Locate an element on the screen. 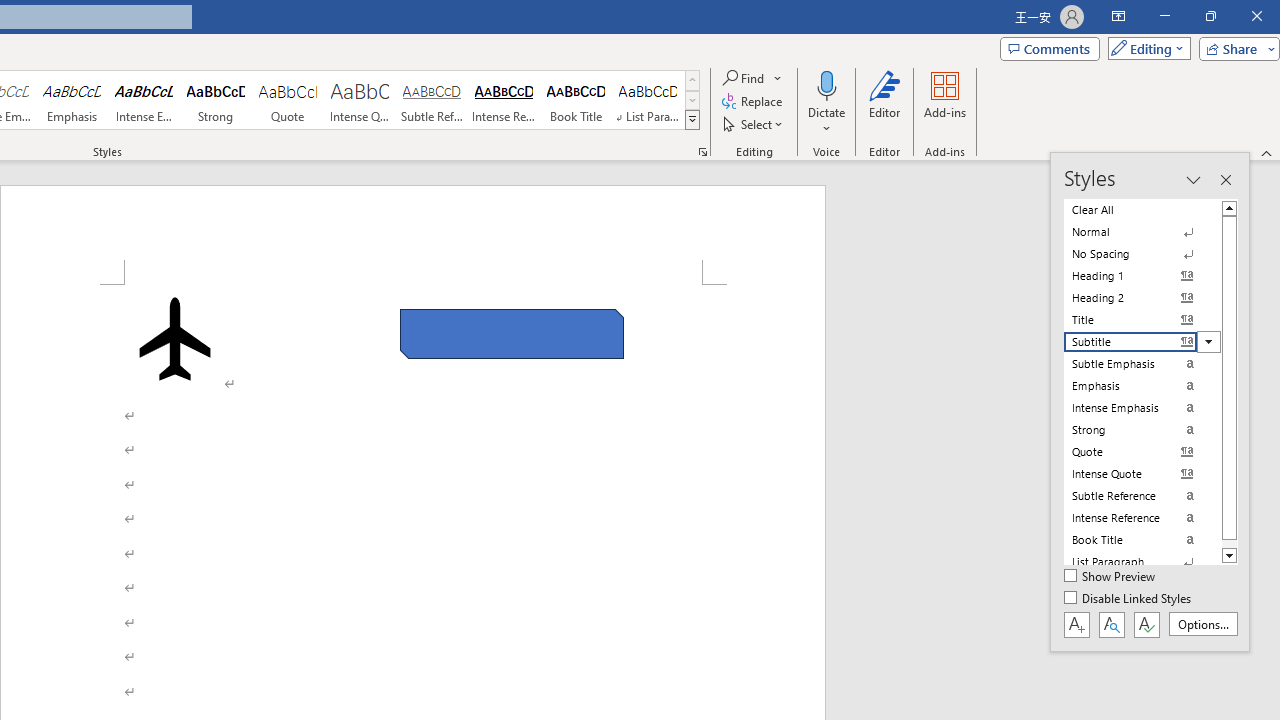  'Disable Linked Styles' is located at coordinates (1129, 598).